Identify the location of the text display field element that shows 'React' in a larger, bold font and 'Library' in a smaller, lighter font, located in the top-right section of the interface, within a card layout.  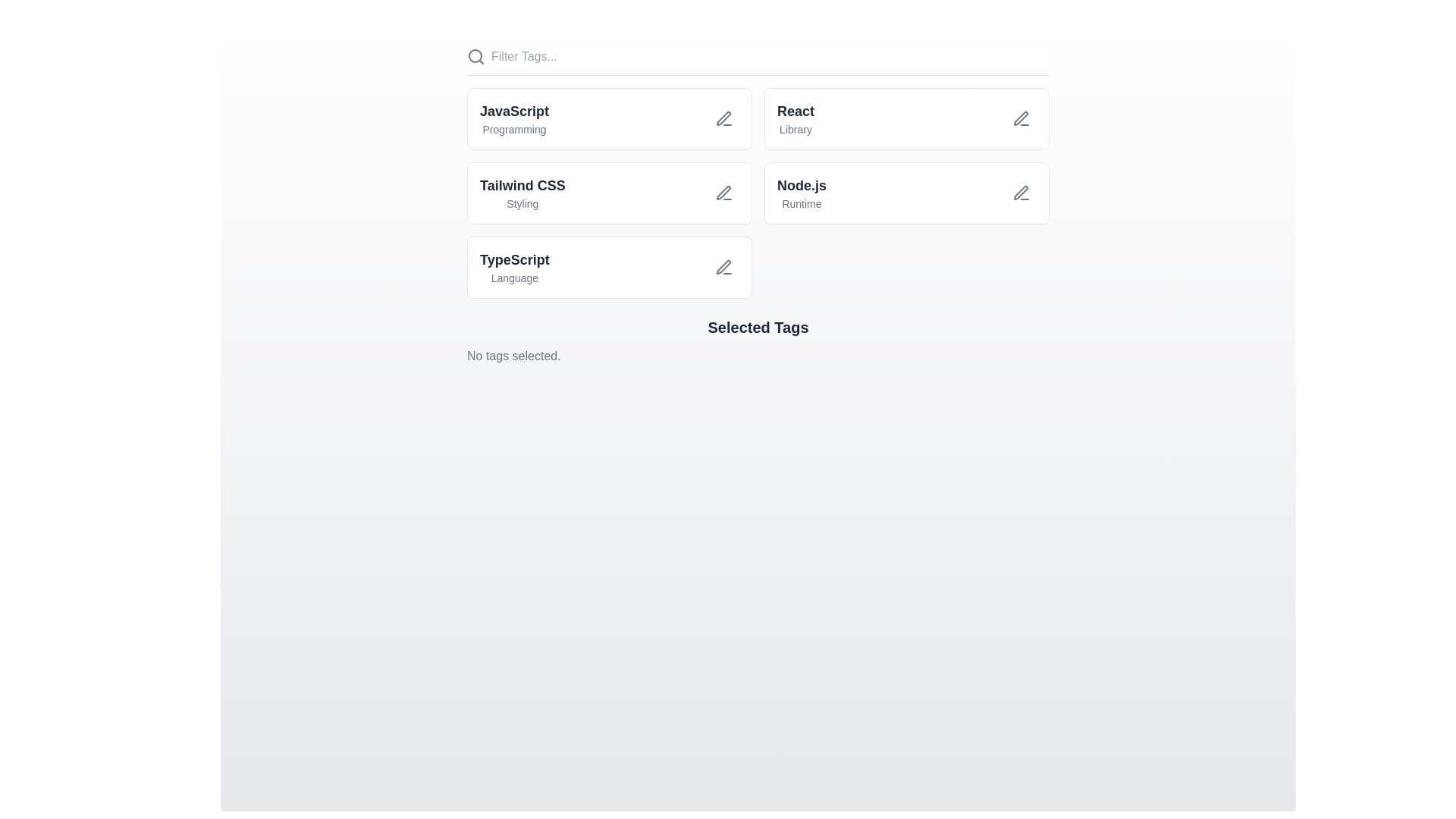
(795, 118).